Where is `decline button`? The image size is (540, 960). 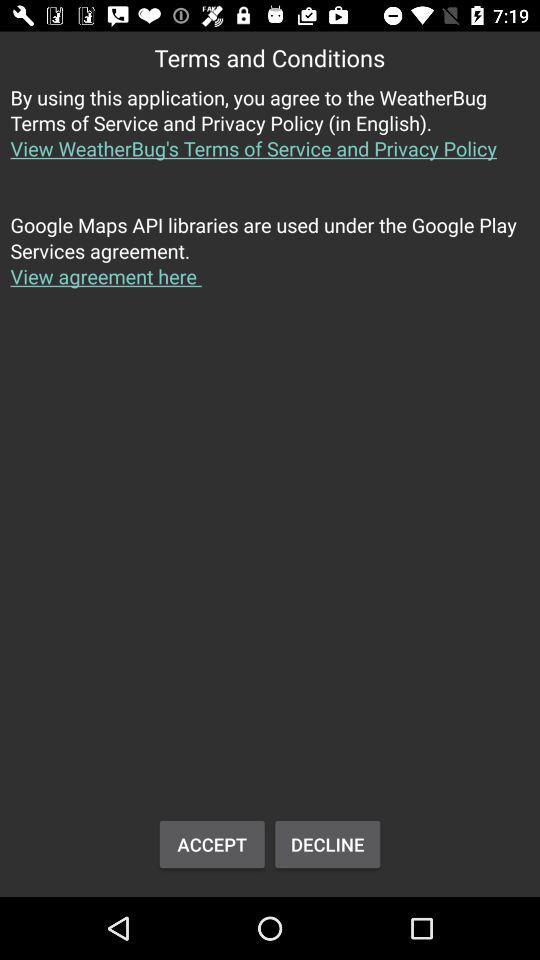 decline button is located at coordinates (327, 843).